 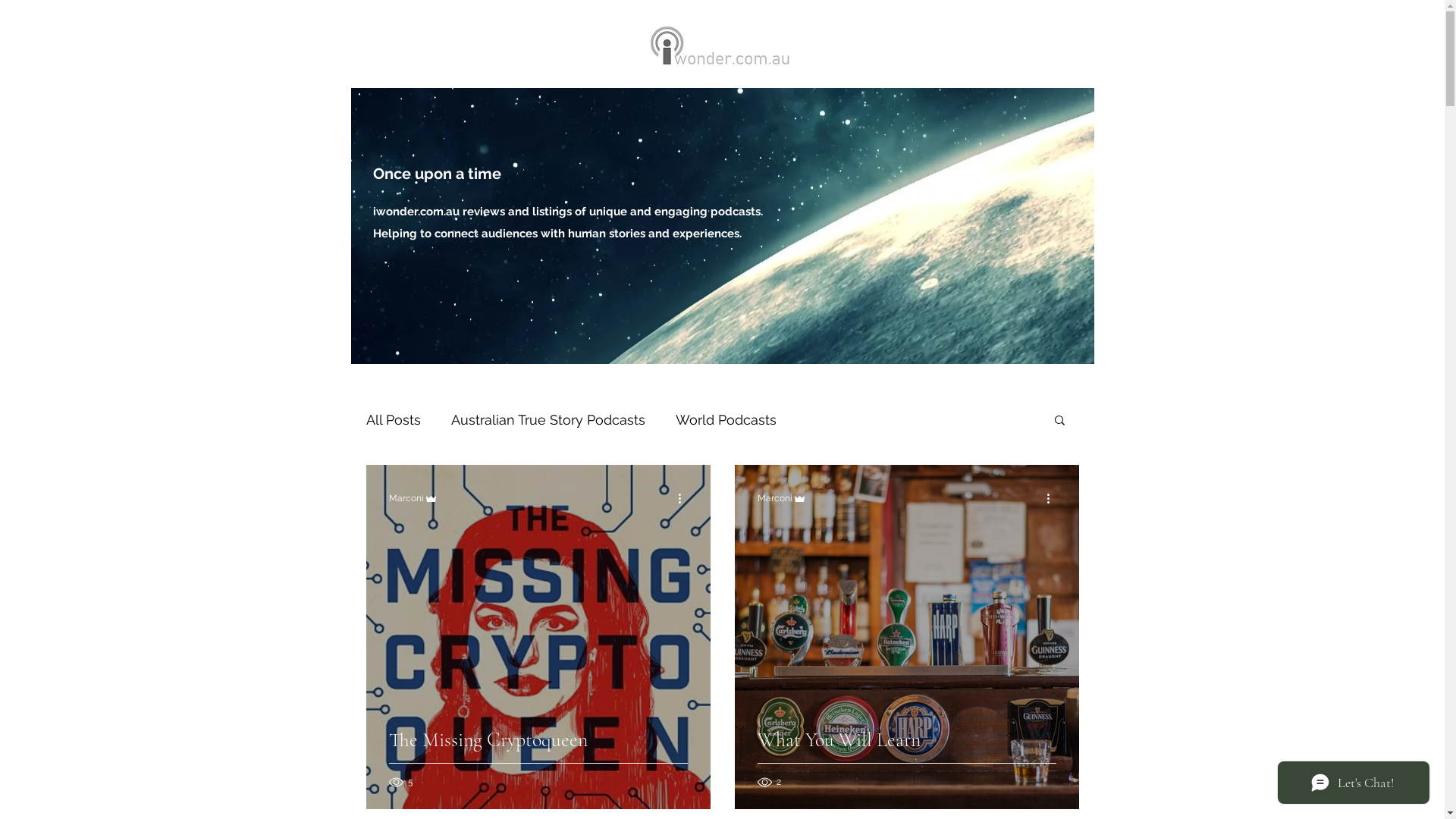 What do you see at coordinates (757, 758) in the screenshot?
I see `'What You Will Learn'` at bounding box center [757, 758].